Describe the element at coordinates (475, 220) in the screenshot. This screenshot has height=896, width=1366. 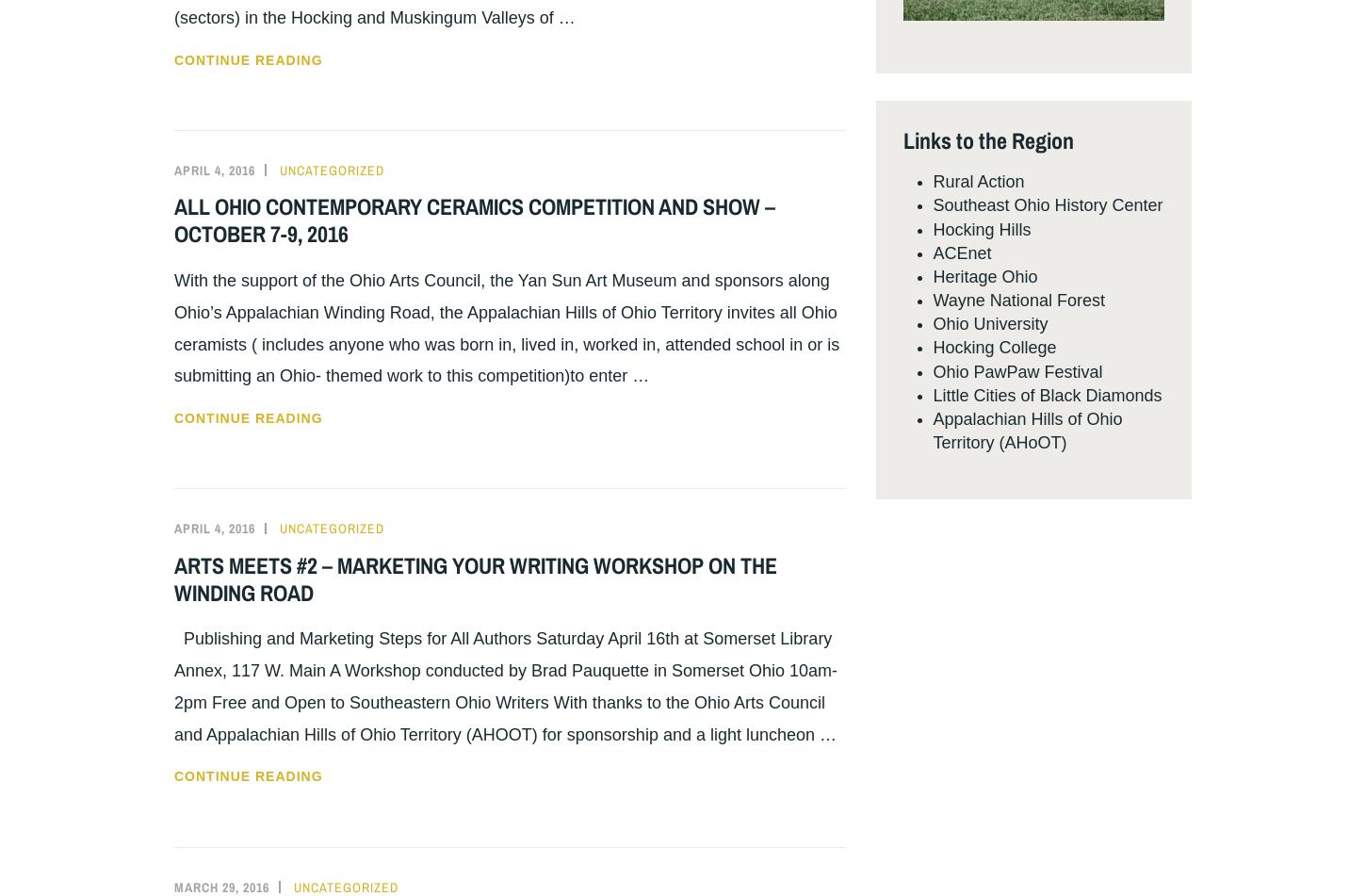
I see `'ALL OHIO CONTEMPORARY CERAMICS COMPETITION AND SHOW – OCTOBER 7-9, 2016'` at that location.